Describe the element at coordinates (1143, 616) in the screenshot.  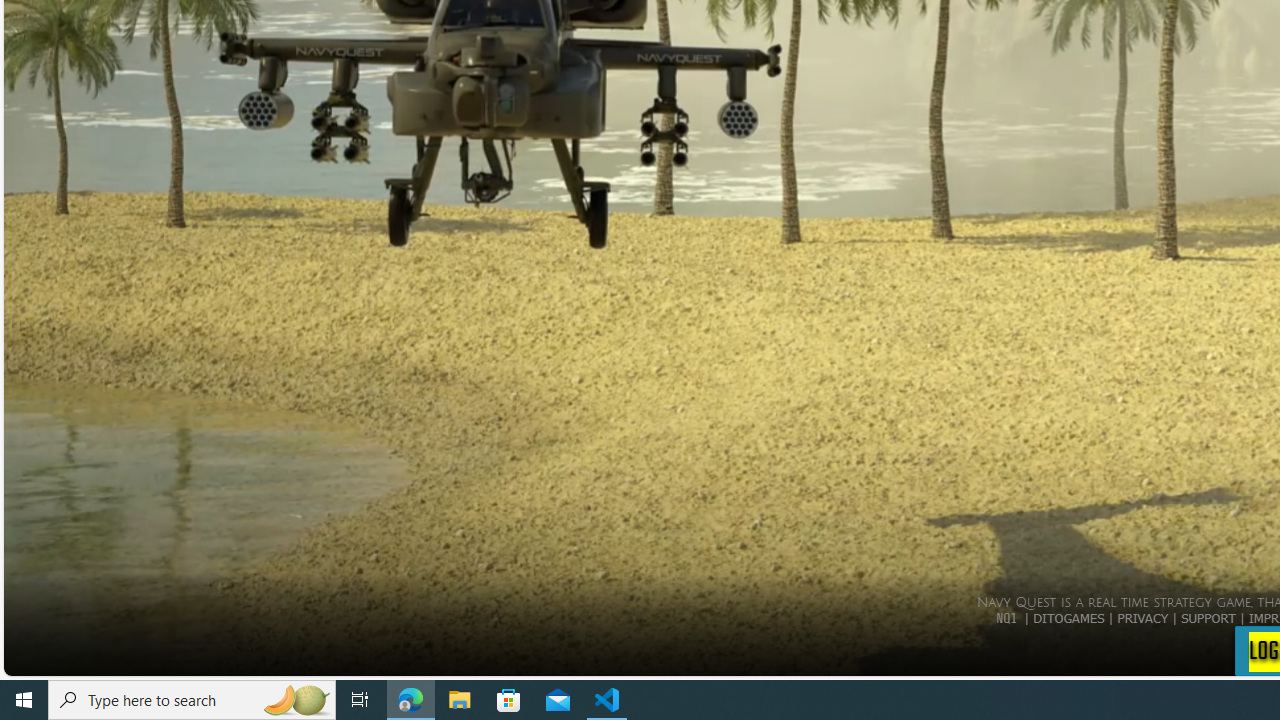
I see `'PRIVACY'` at that location.